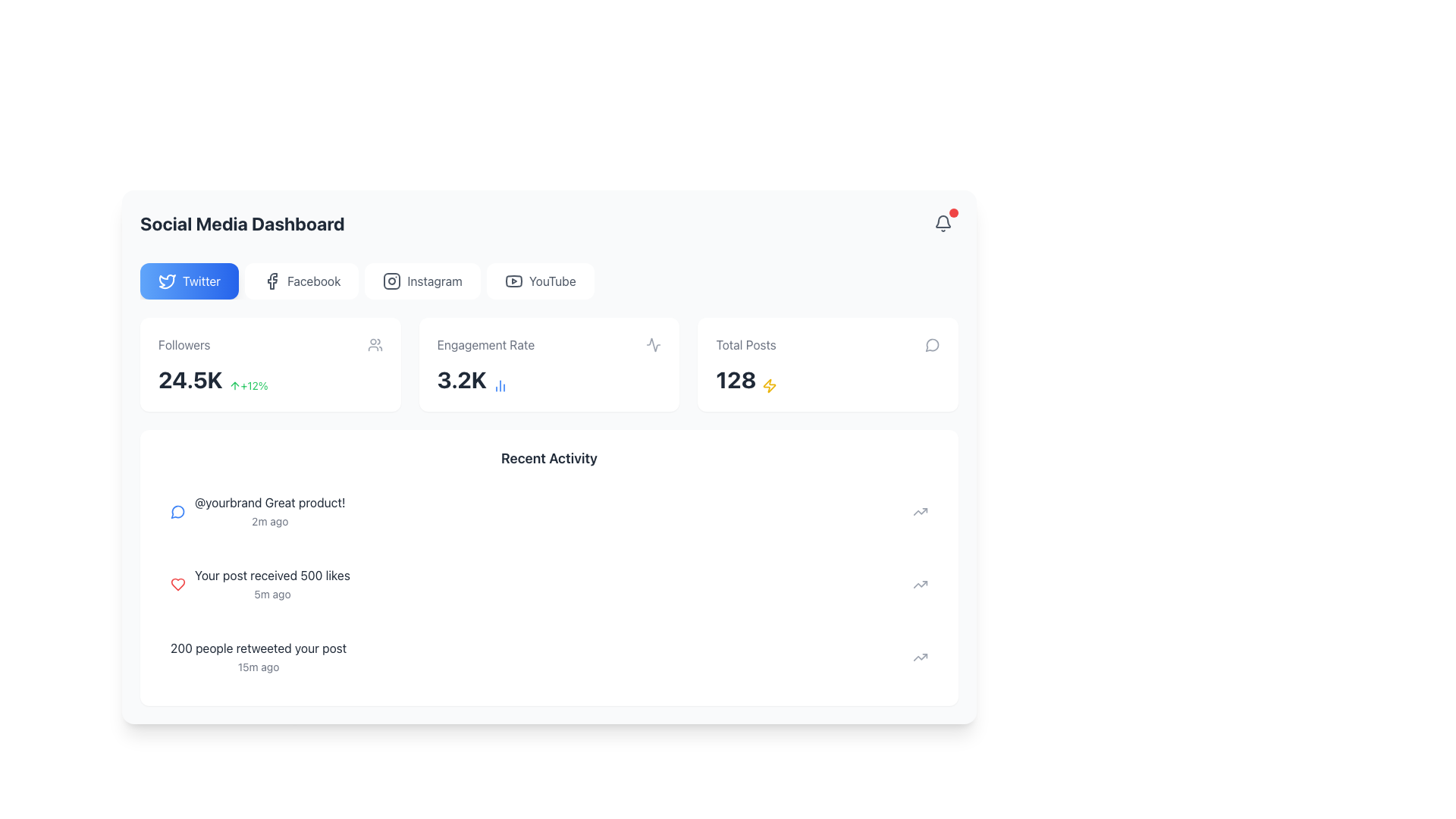 The height and width of the screenshot is (819, 1456). Describe the element at coordinates (920, 512) in the screenshot. I see `the small, upward-trending gray arrow icon located at the far right of the comment item containing '@yourbrand Great product!' and '2m ago' for related interaction` at that location.